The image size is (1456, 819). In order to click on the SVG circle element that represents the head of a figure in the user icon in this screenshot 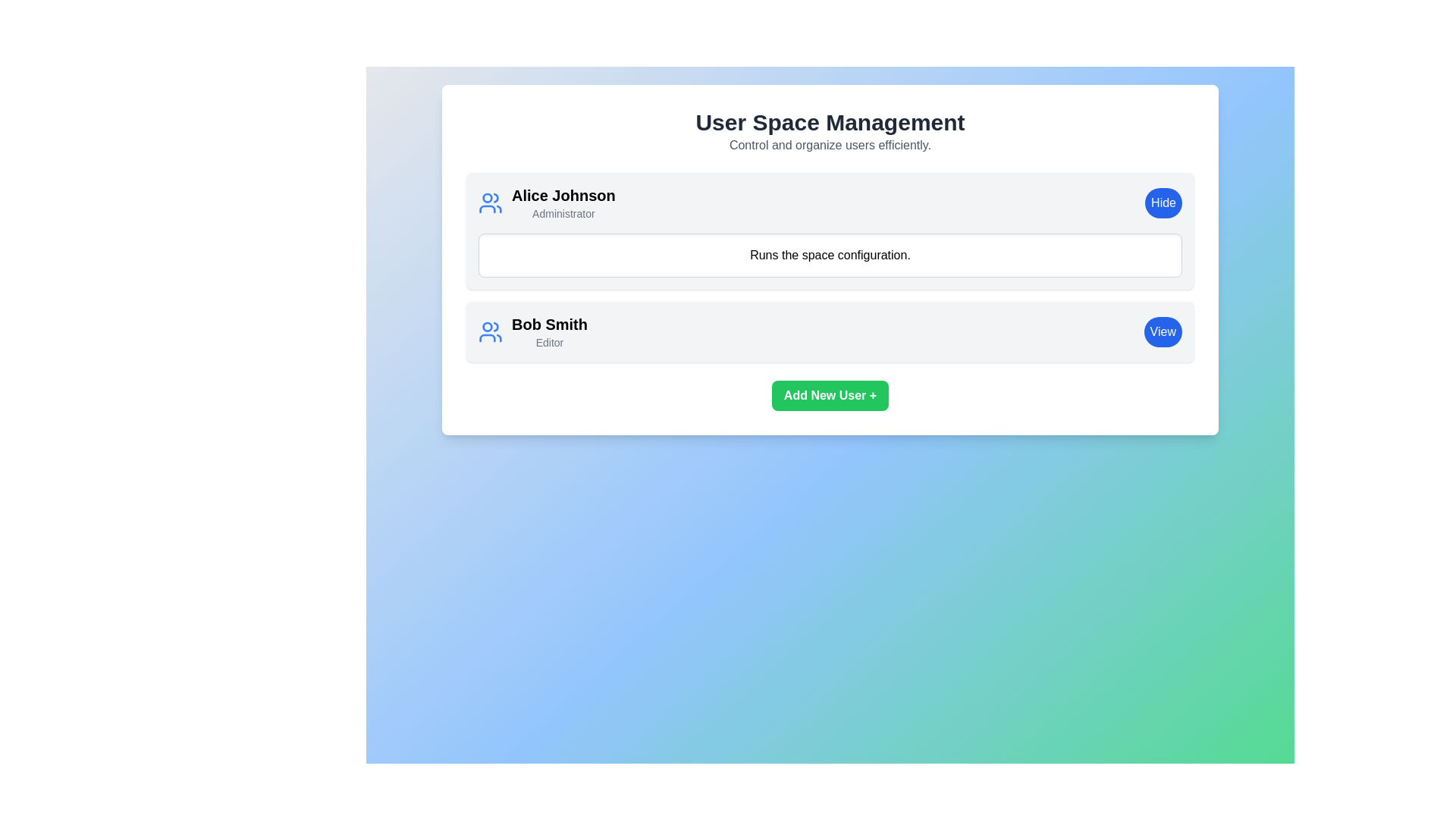, I will do `click(488, 326)`.